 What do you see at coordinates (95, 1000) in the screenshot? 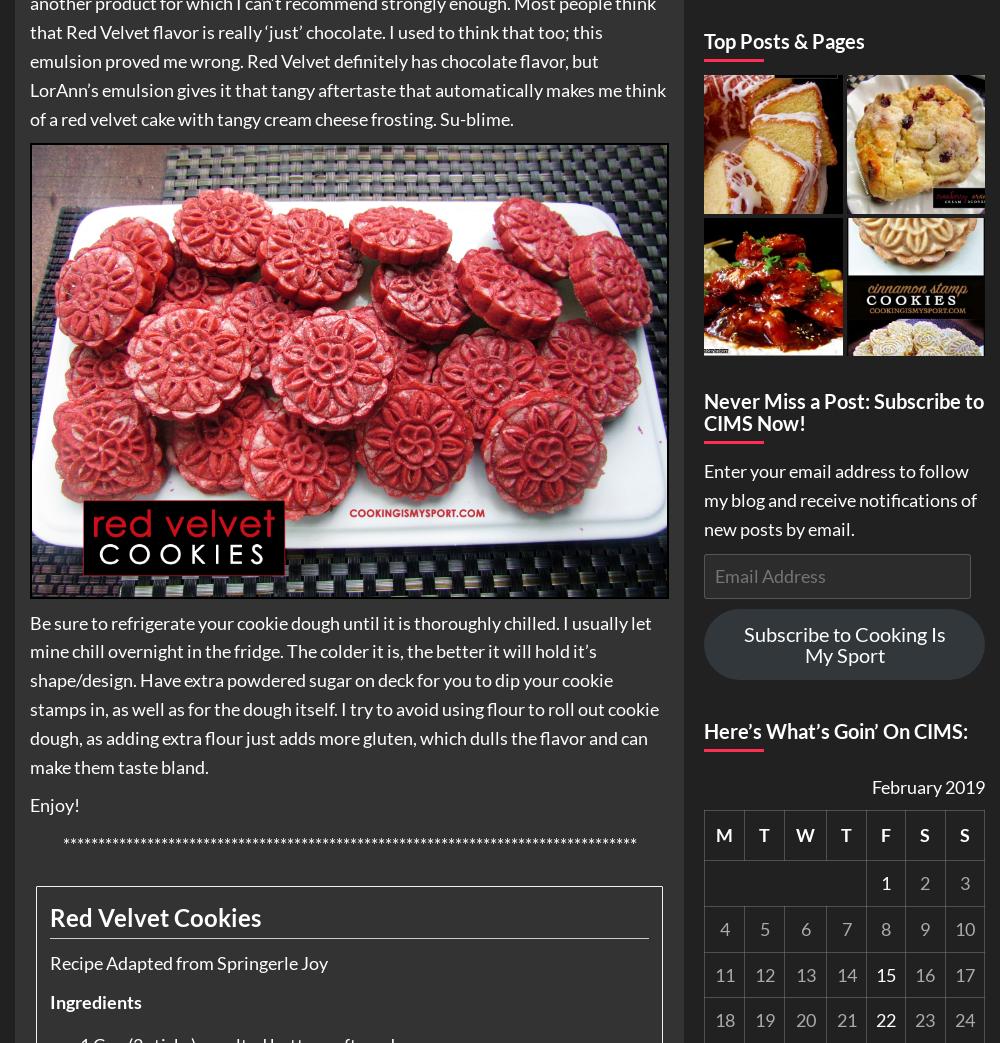
I see `'Ingredients'` at bounding box center [95, 1000].